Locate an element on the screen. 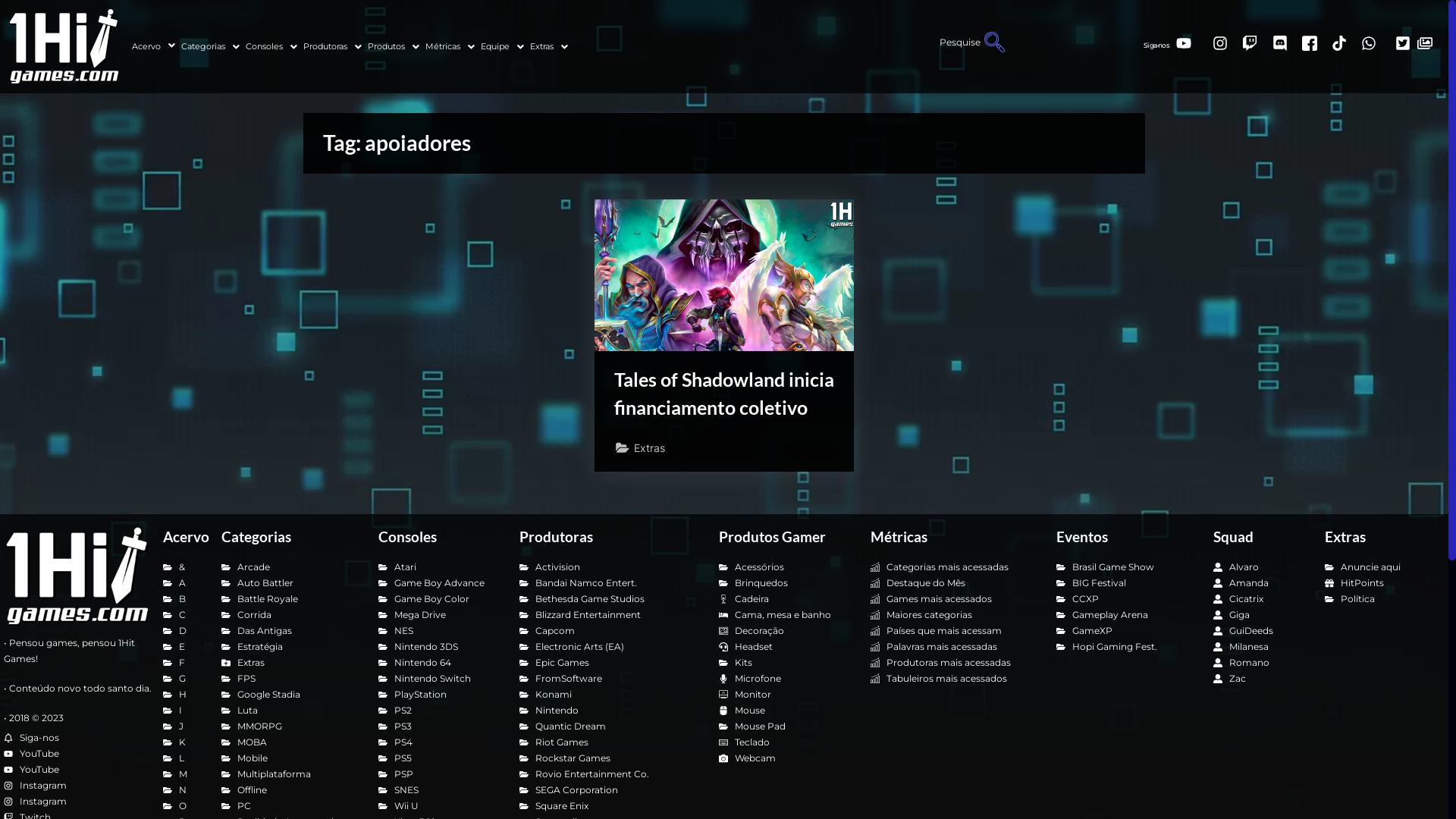 This screenshot has height=819, width=1456. 'Battle Royale' is located at coordinates (292, 598).